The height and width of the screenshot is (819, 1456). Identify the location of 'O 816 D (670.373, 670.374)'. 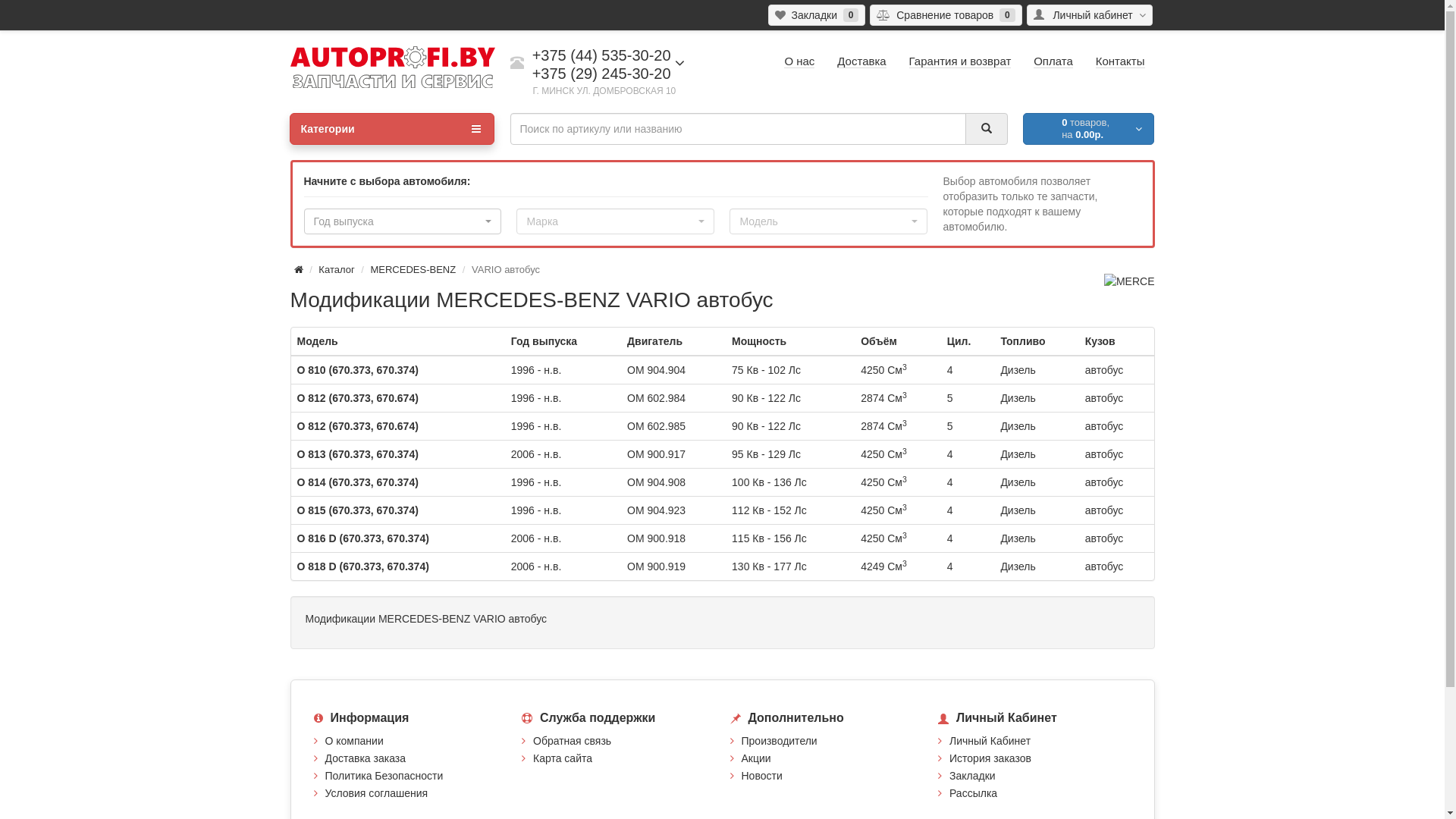
(362, 537).